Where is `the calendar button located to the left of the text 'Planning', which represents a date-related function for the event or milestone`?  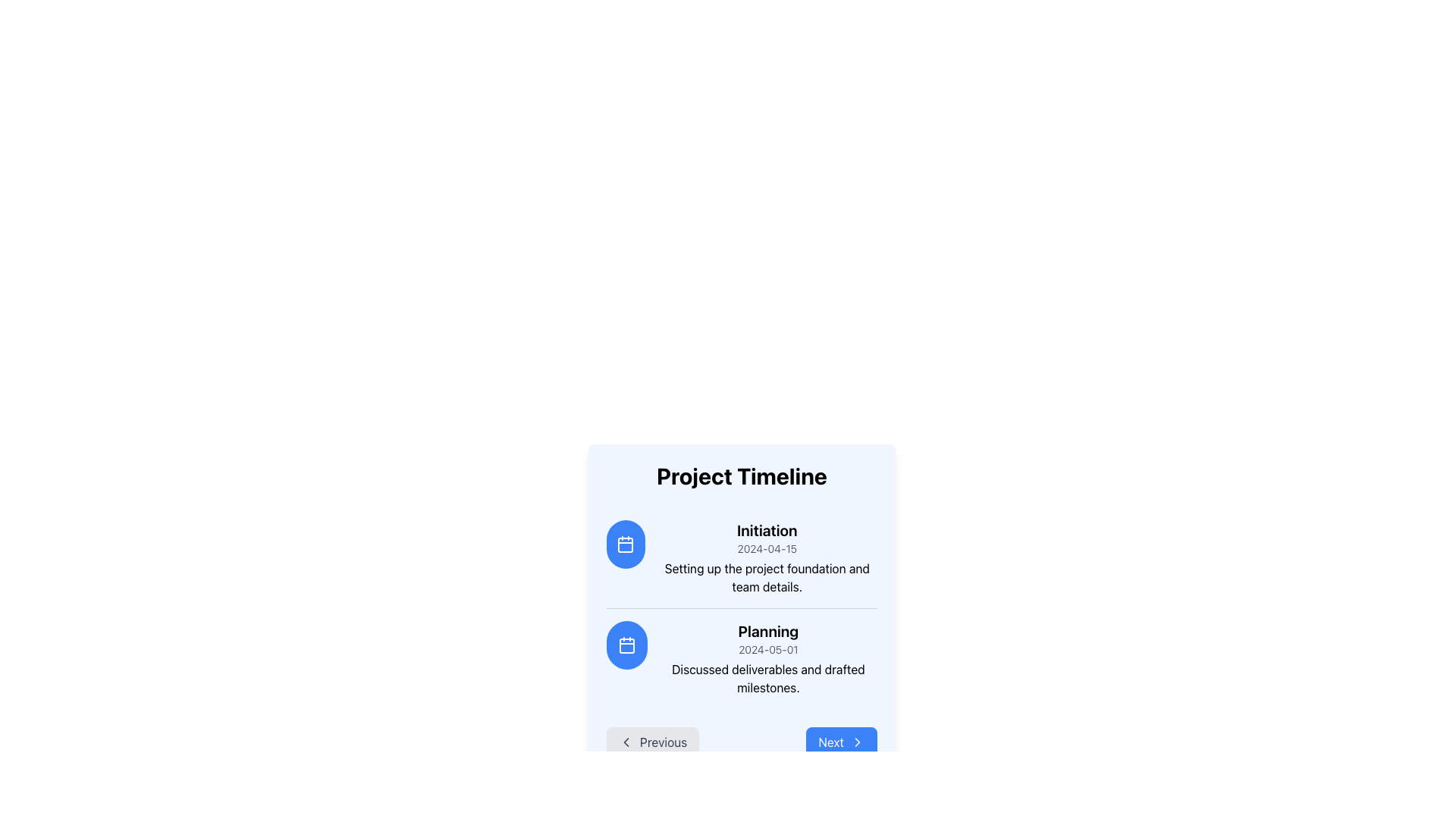
the calendar button located to the left of the text 'Planning', which represents a date-related function for the event or milestone is located at coordinates (626, 645).